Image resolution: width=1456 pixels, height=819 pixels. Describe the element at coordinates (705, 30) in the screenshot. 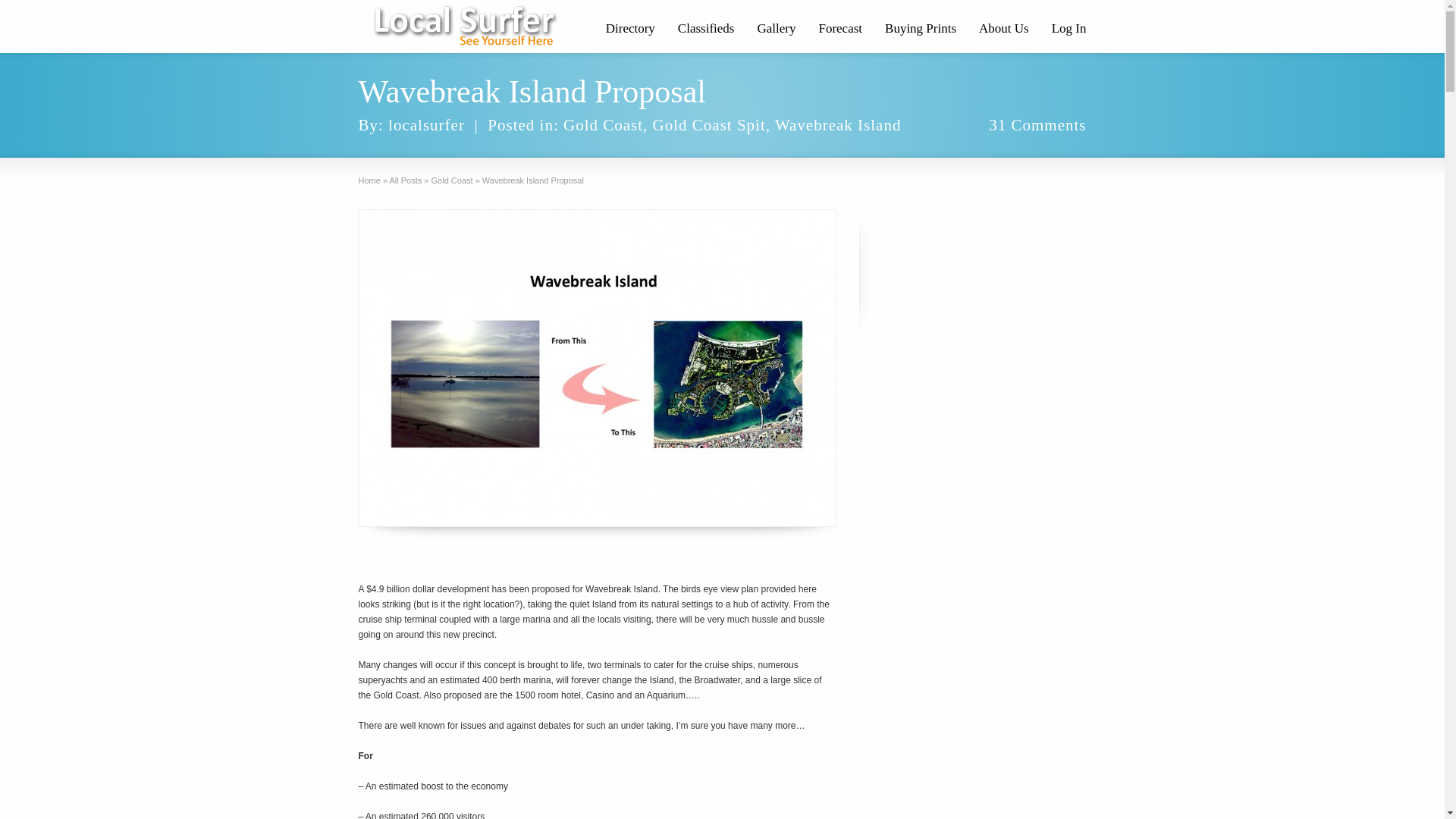

I see `'Classifieds'` at that location.